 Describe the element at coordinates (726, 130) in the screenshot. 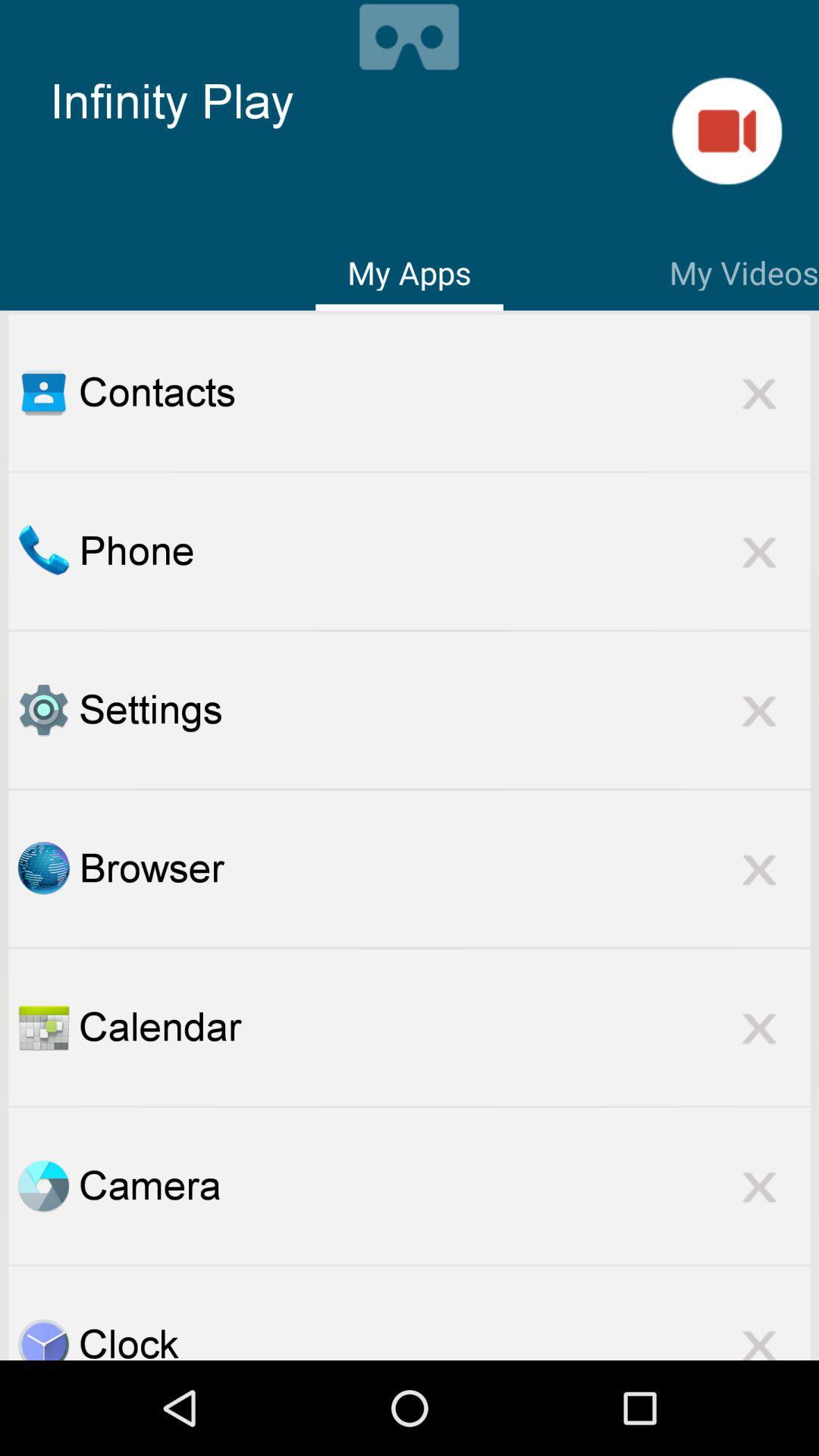

I see `go do geamare` at that location.